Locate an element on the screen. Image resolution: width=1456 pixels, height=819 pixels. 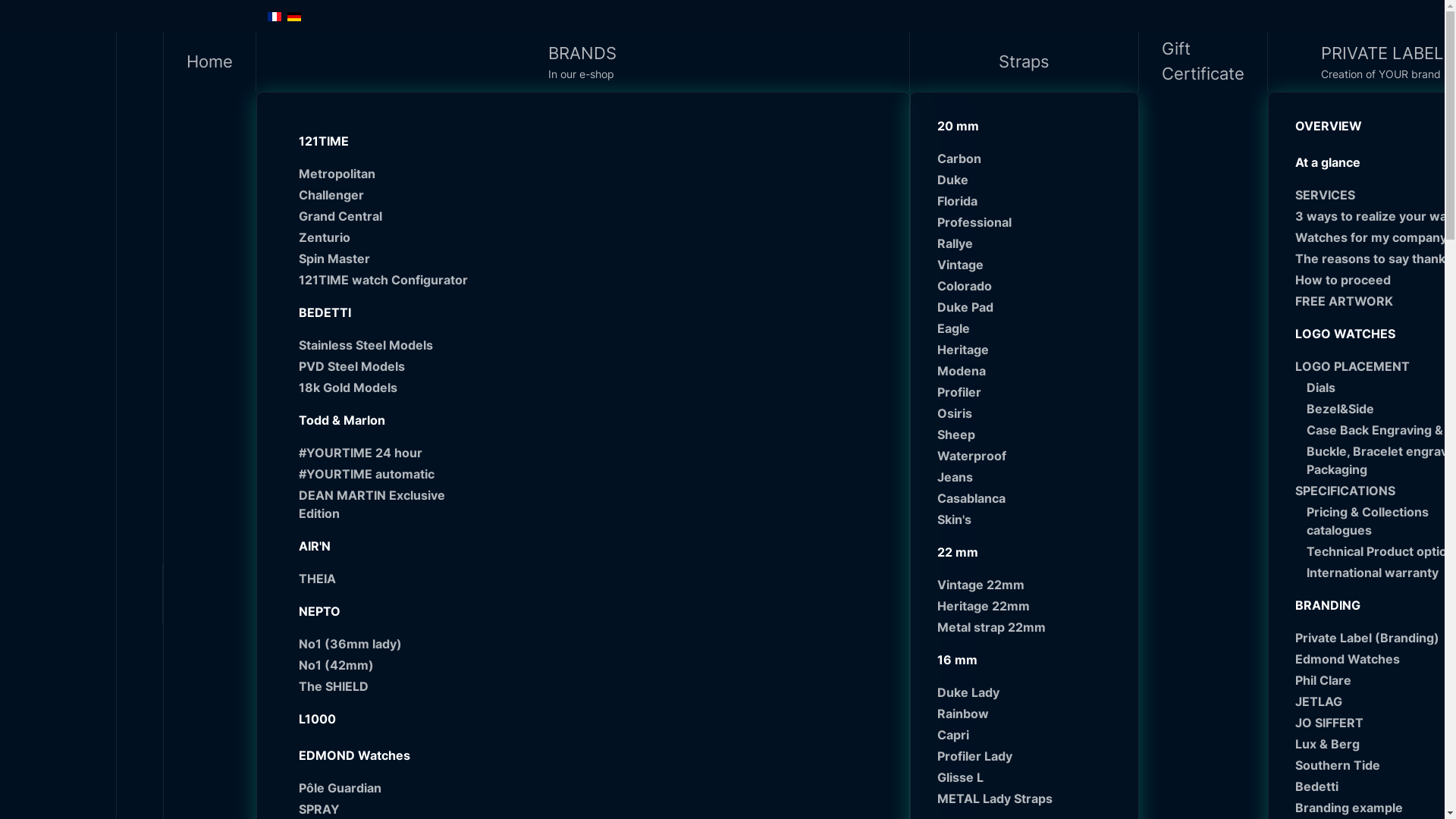
'121TIME watch Configurator' is located at coordinates (298, 280).